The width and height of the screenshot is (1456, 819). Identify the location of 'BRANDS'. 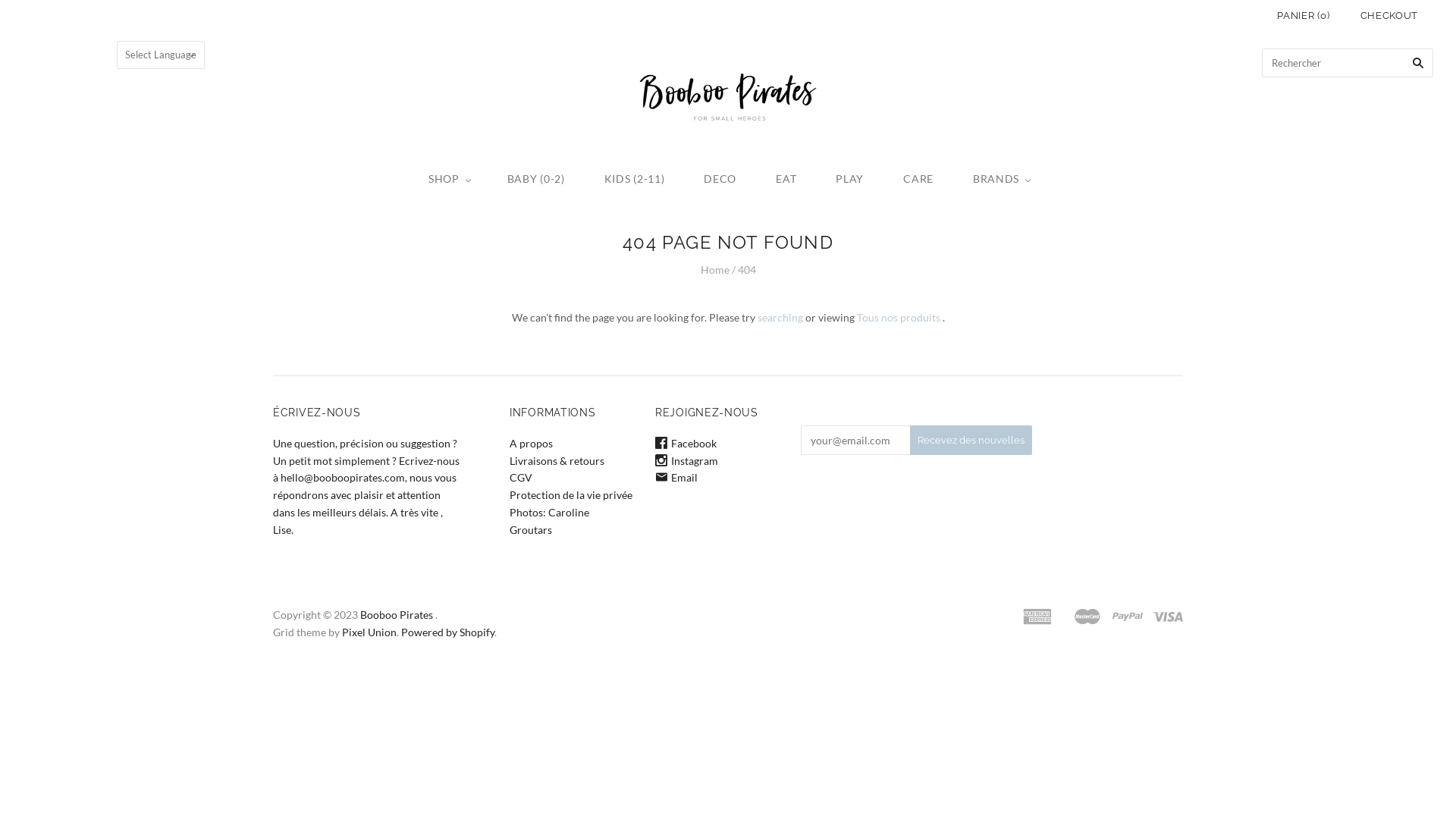
(952, 178).